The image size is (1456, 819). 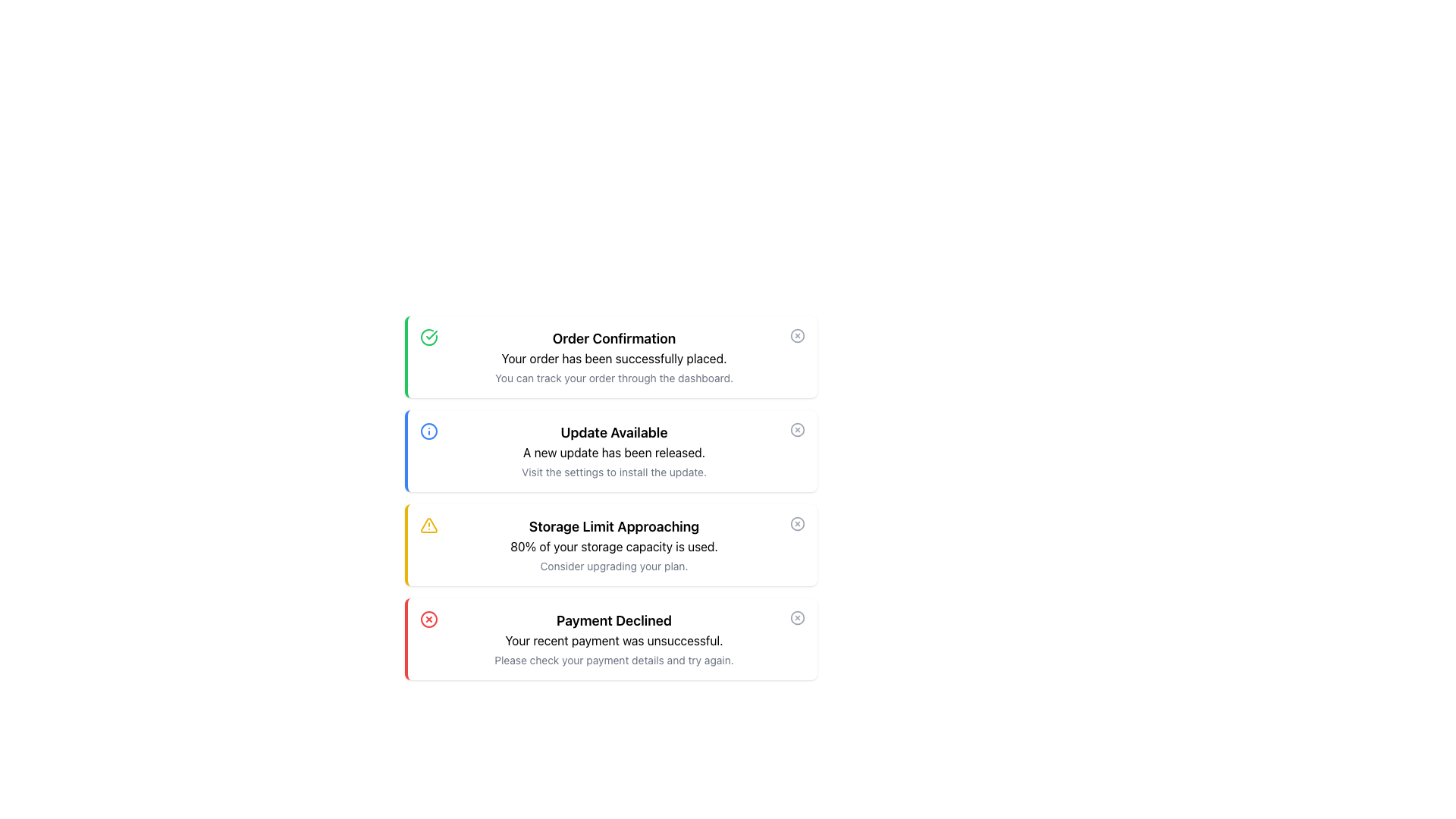 What do you see at coordinates (796, 522) in the screenshot?
I see `the circular graphical icon with a diagonal line inside, located within the notification card indicating 'Storage Limit Approaching'` at bounding box center [796, 522].